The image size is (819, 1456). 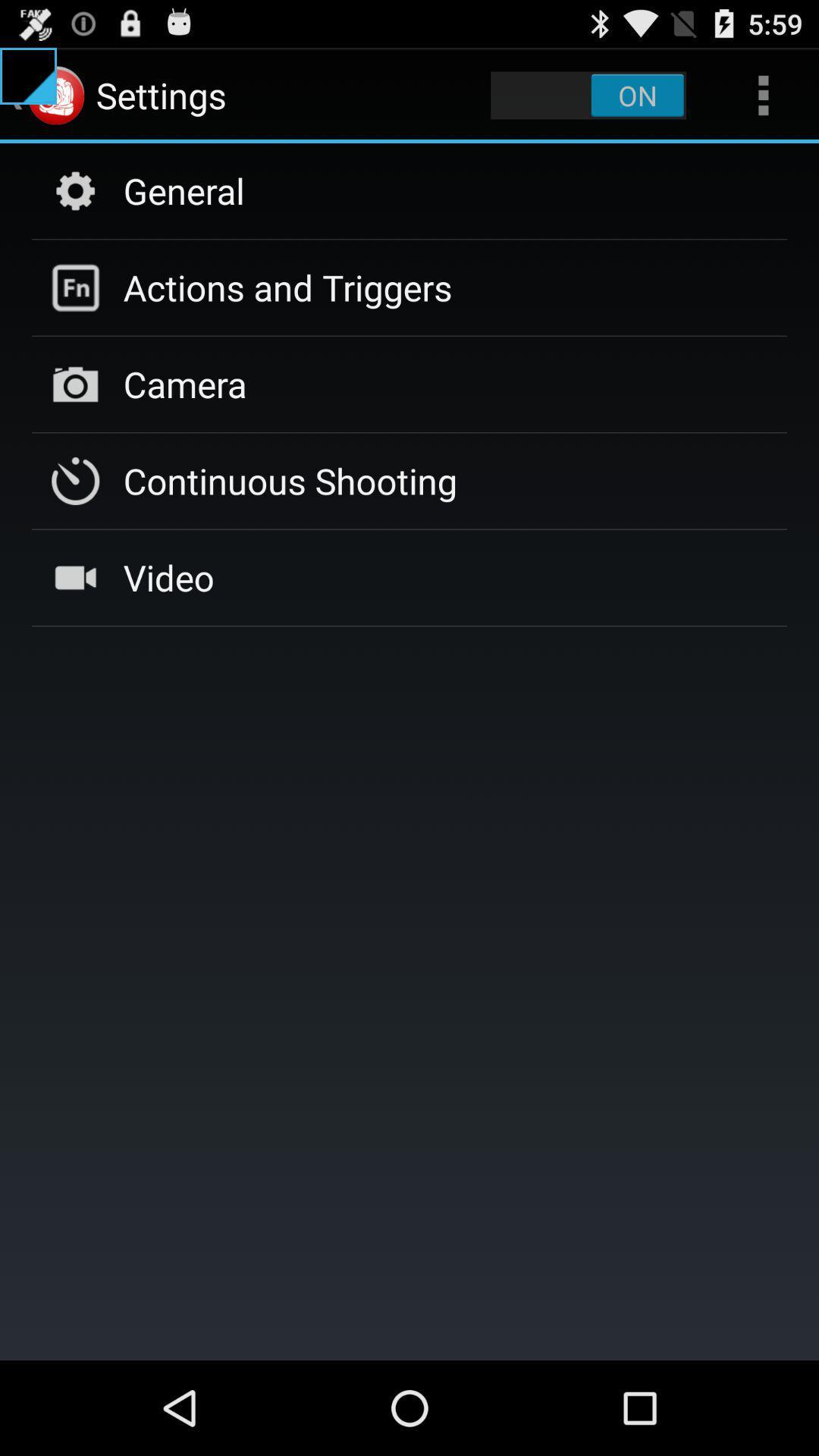 What do you see at coordinates (184, 384) in the screenshot?
I see `camera` at bounding box center [184, 384].